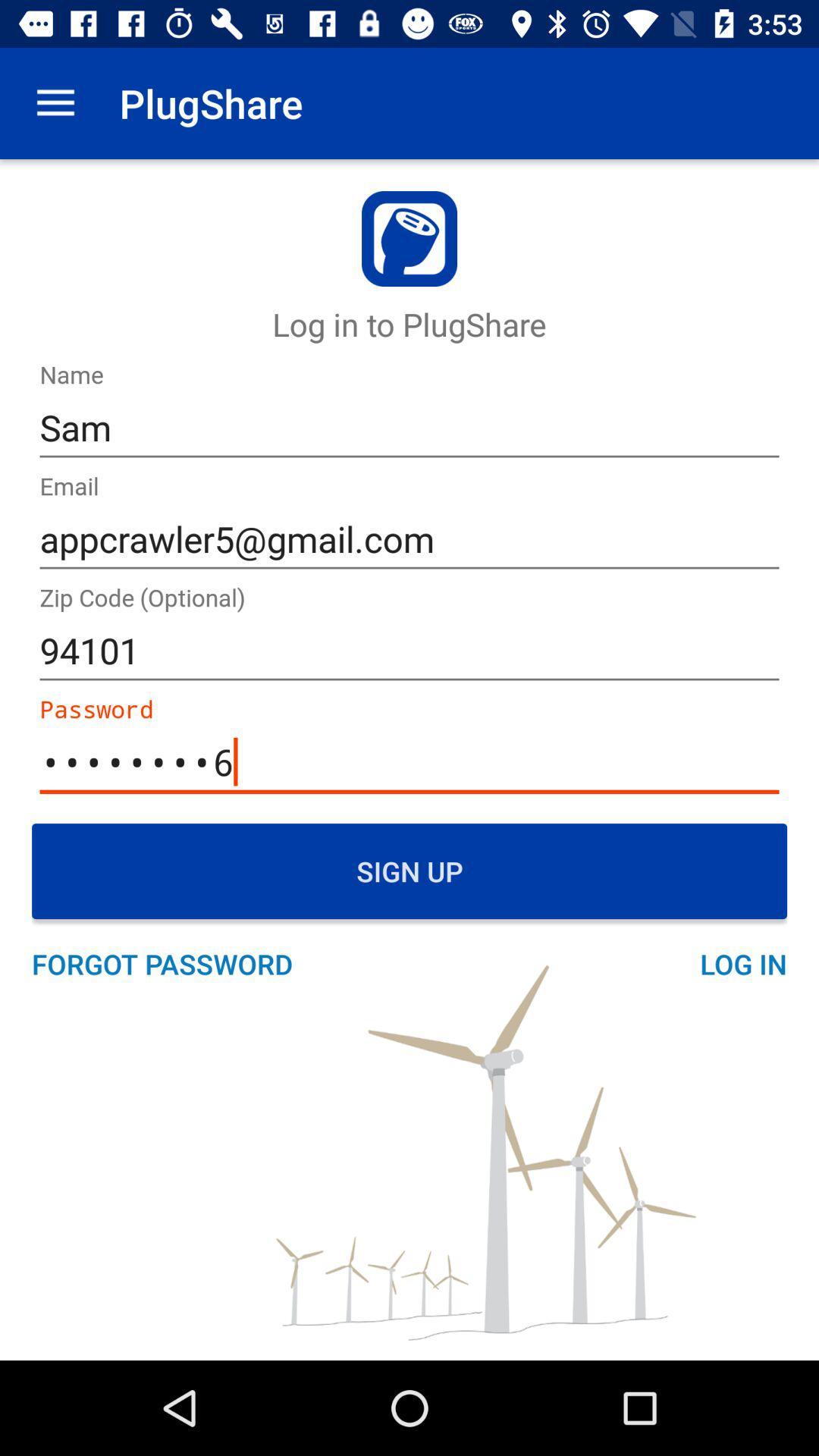  I want to click on sign up button, so click(409, 871).